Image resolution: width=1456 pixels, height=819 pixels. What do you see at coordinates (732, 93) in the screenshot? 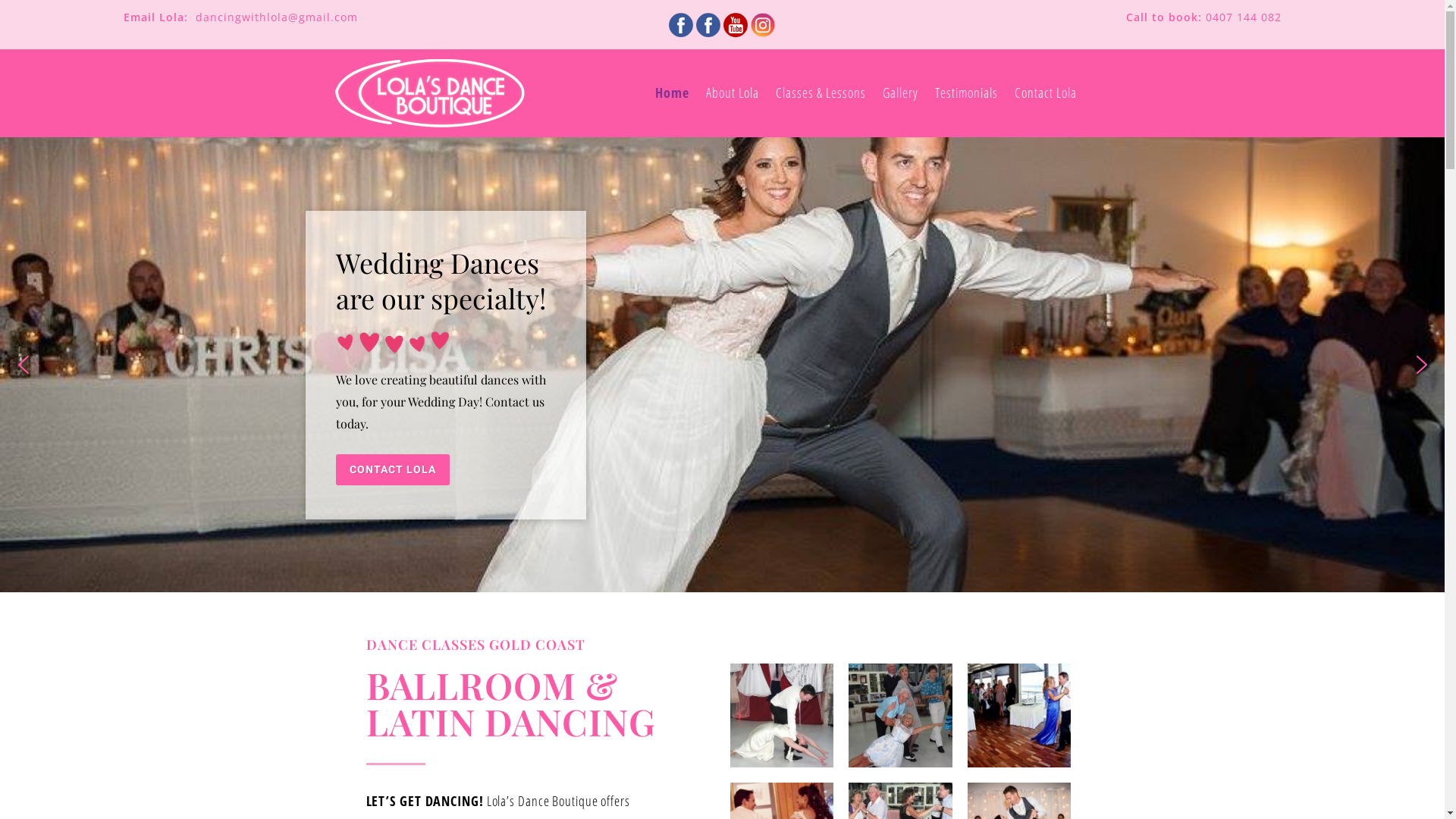
I see `'About Lola'` at bounding box center [732, 93].